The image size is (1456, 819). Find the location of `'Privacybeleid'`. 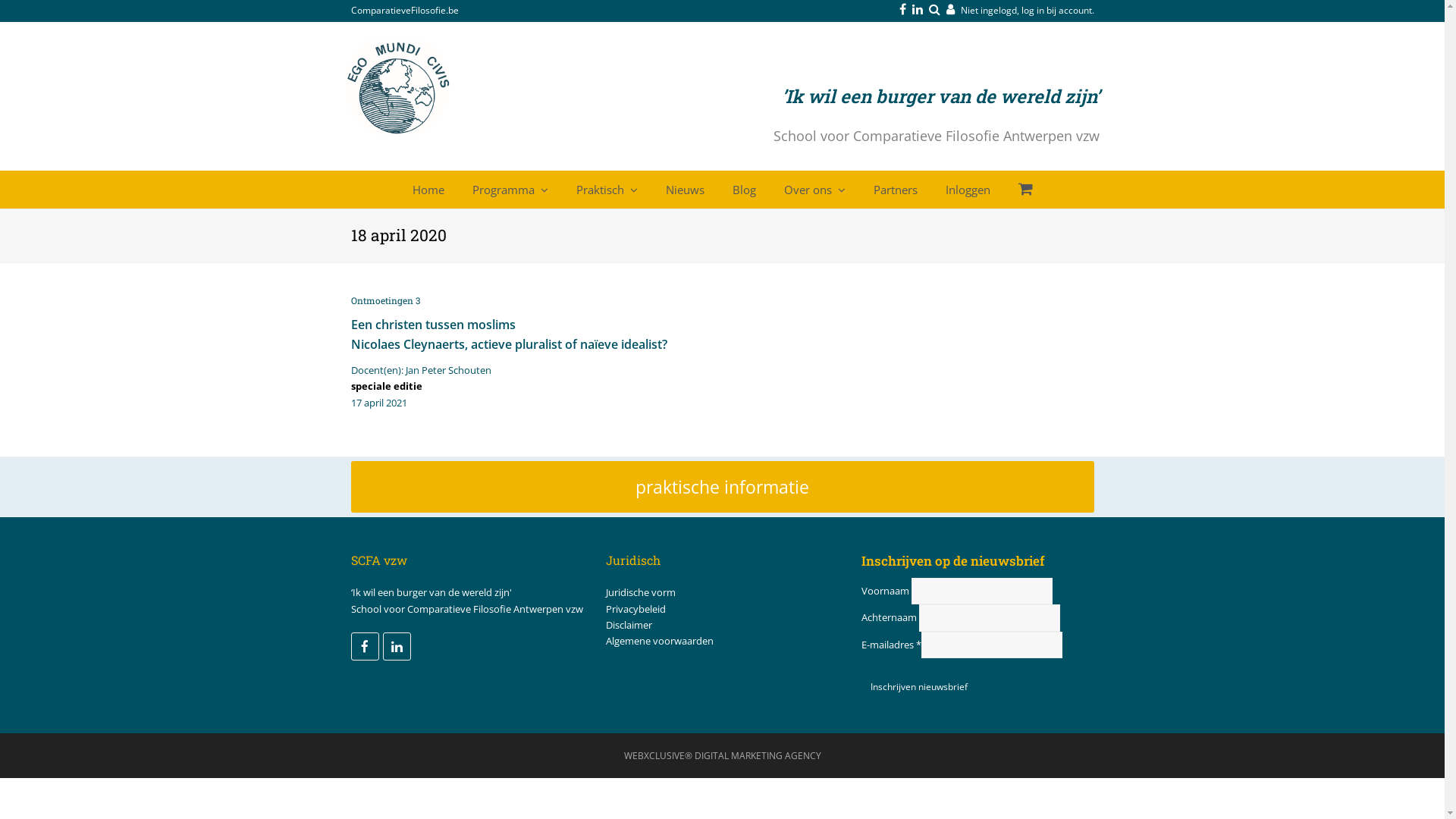

'Privacybeleid' is located at coordinates (635, 607).